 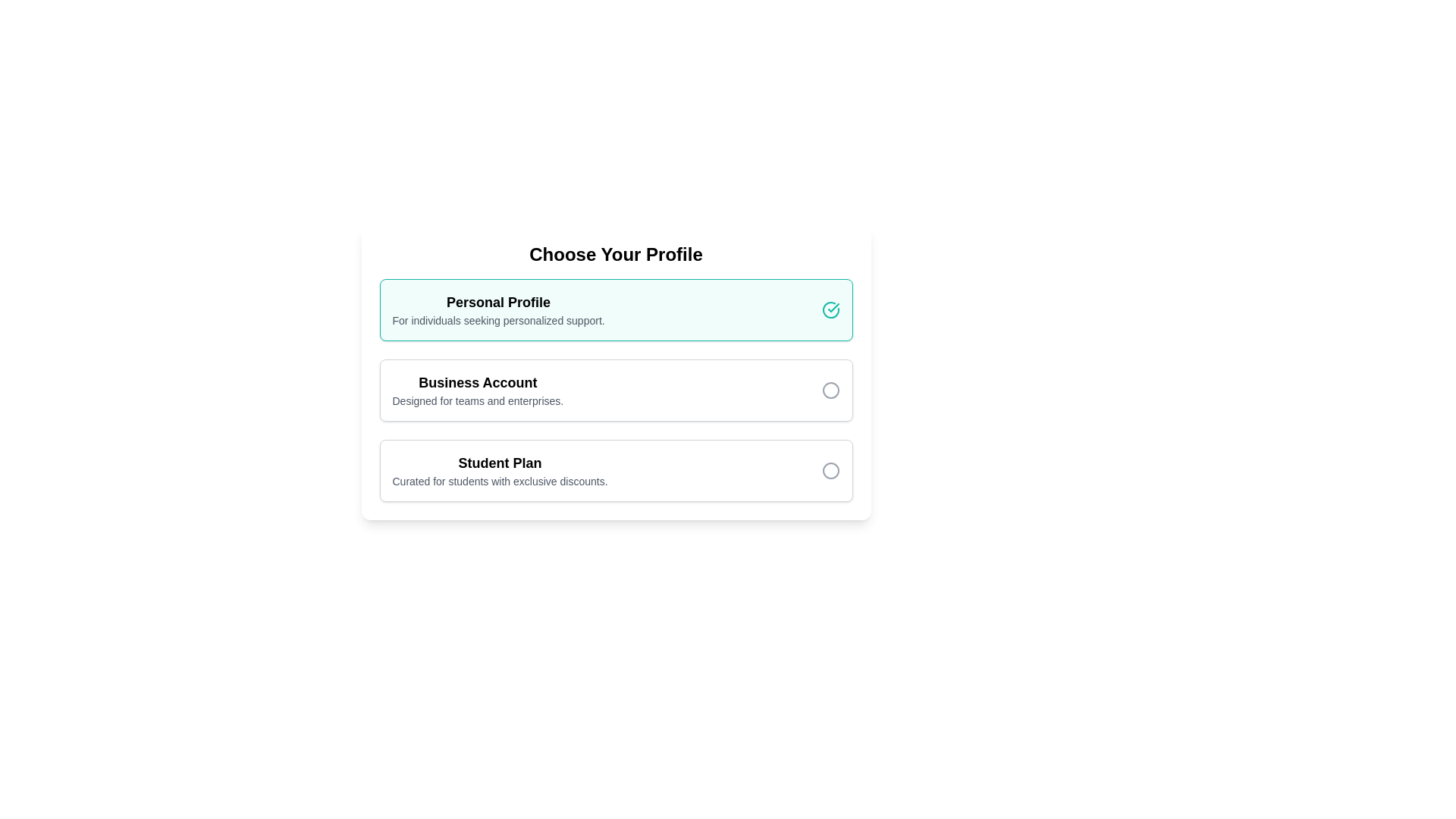 What do you see at coordinates (833, 307) in the screenshot?
I see `the 'Personal Profile' icon located within the top option of the options list under the 'Choose Your Profile' heading` at bounding box center [833, 307].